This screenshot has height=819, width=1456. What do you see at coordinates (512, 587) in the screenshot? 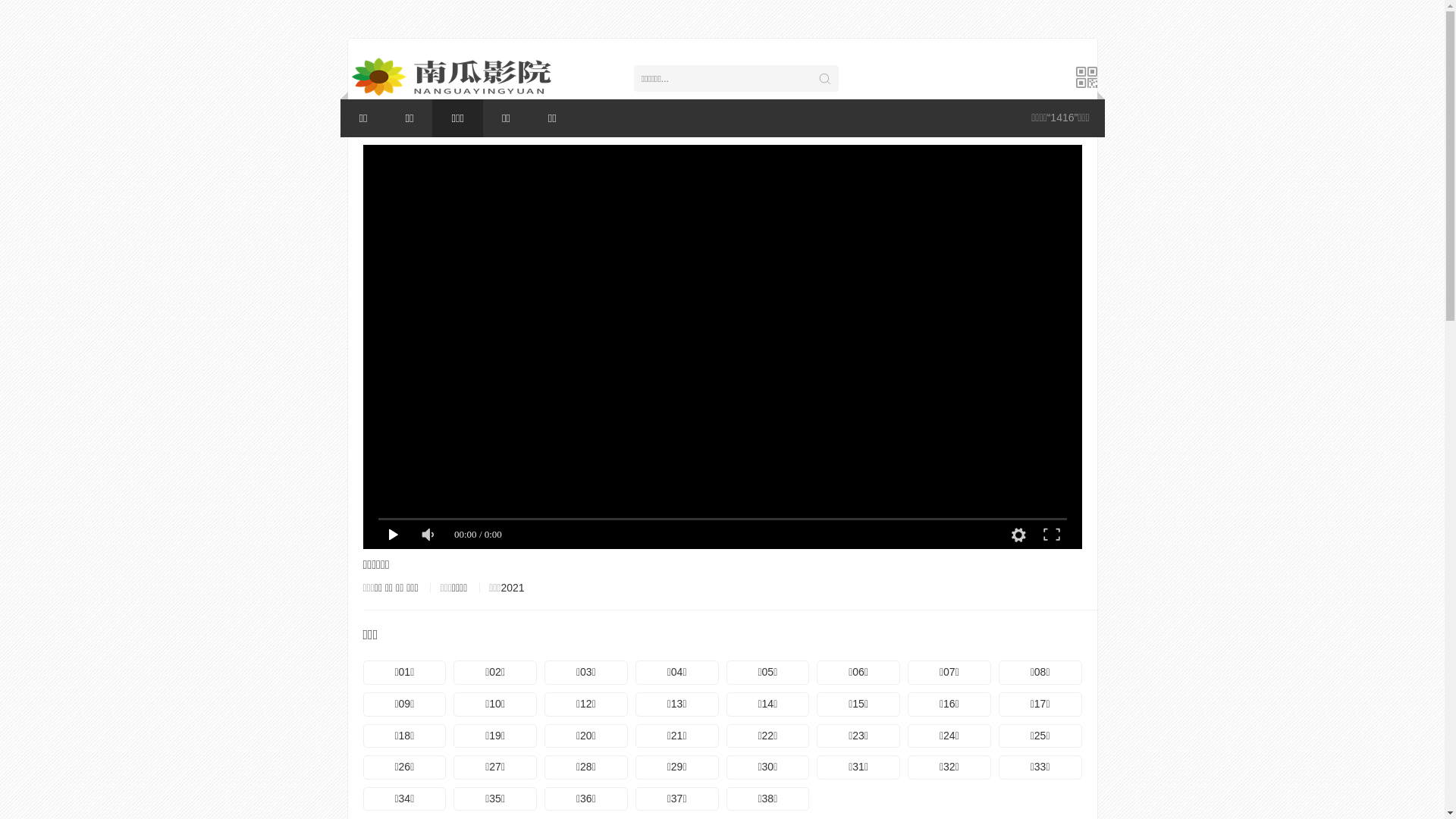
I see `'2021'` at bounding box center [512, 587].